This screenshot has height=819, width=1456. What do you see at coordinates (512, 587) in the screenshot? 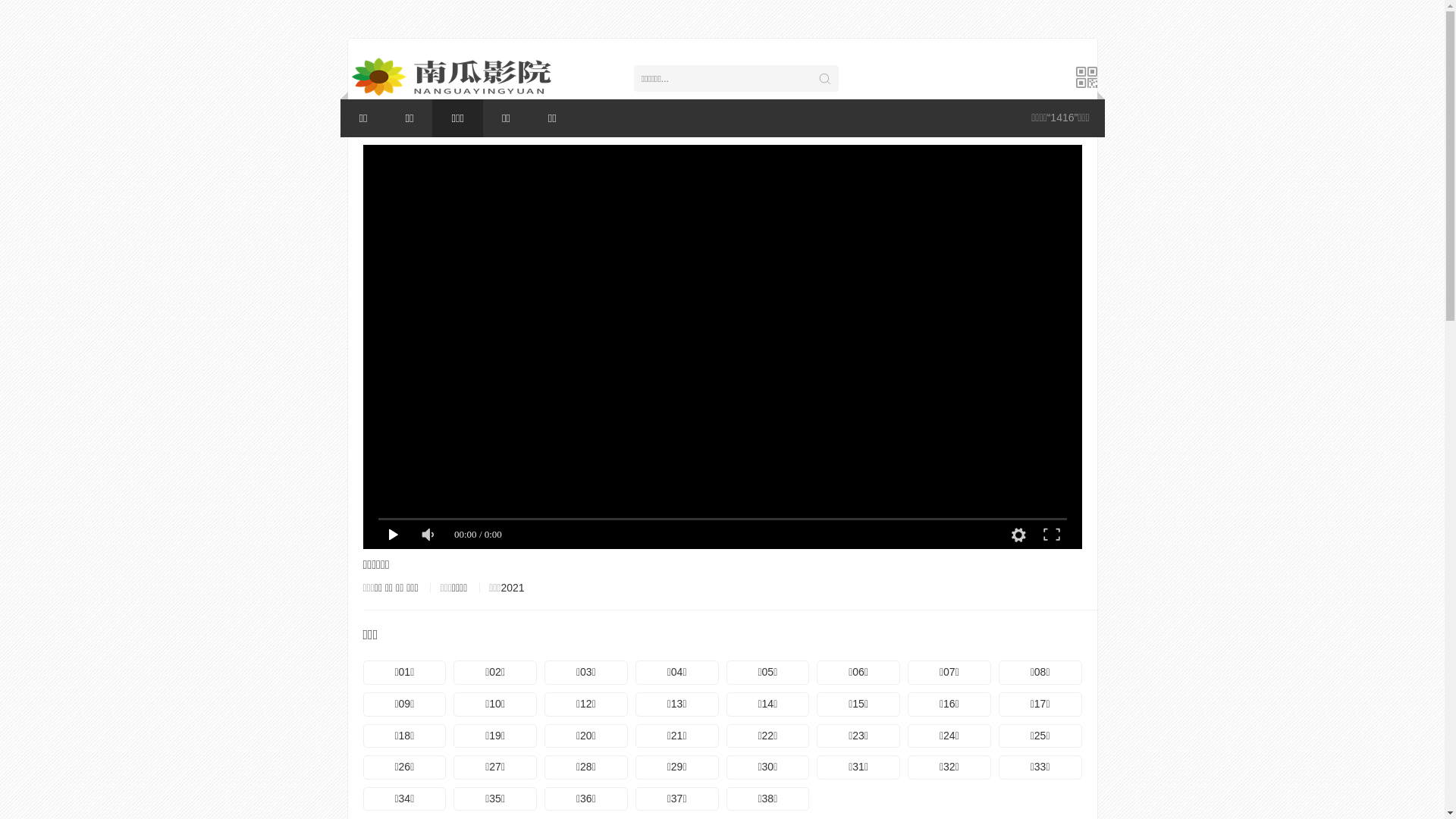
I see `'2021'` at bounding box center [512, 587].